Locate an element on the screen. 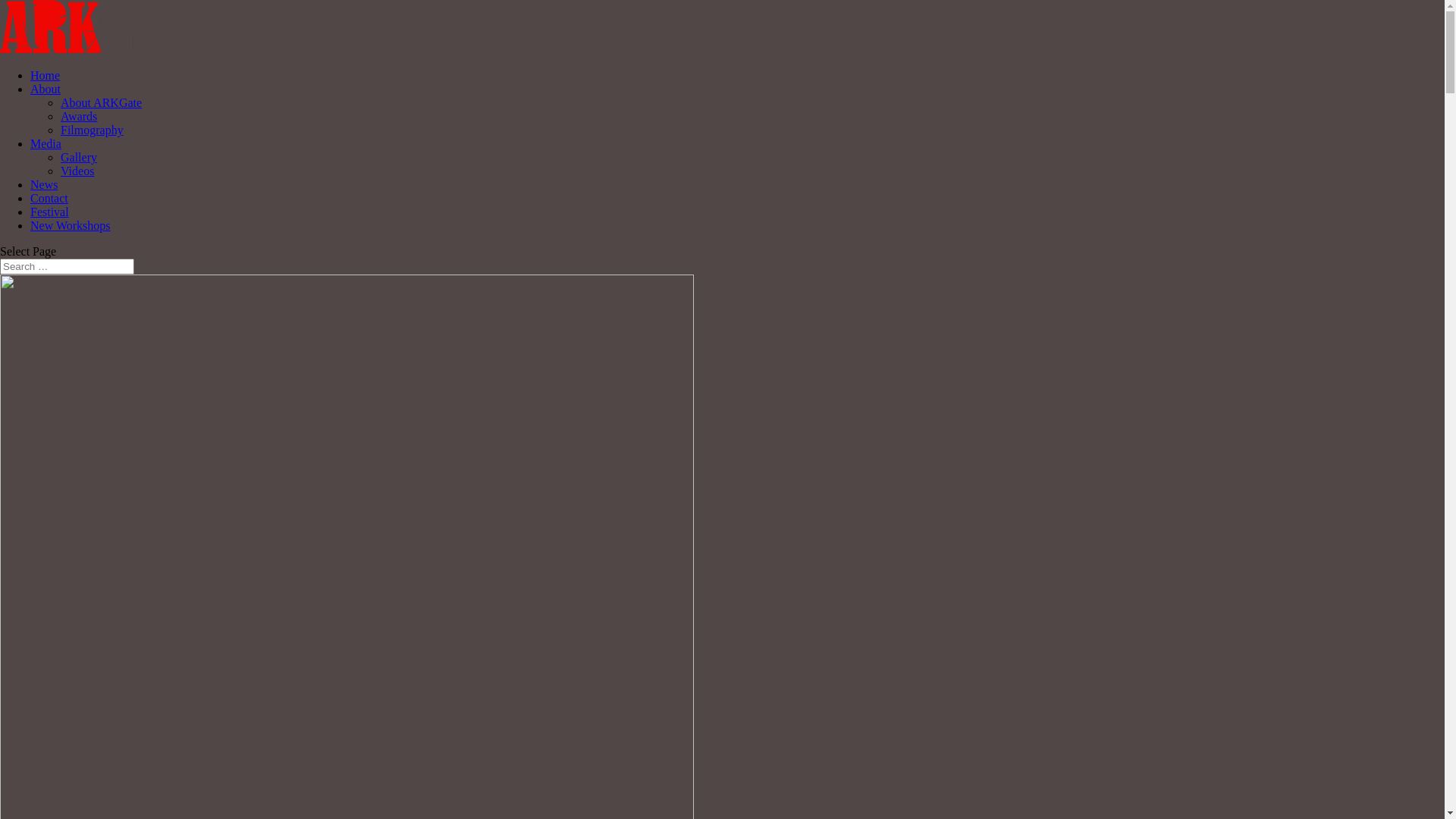 The image size is (1456, 819). 'Awards' is located at coordinates (78, 115).